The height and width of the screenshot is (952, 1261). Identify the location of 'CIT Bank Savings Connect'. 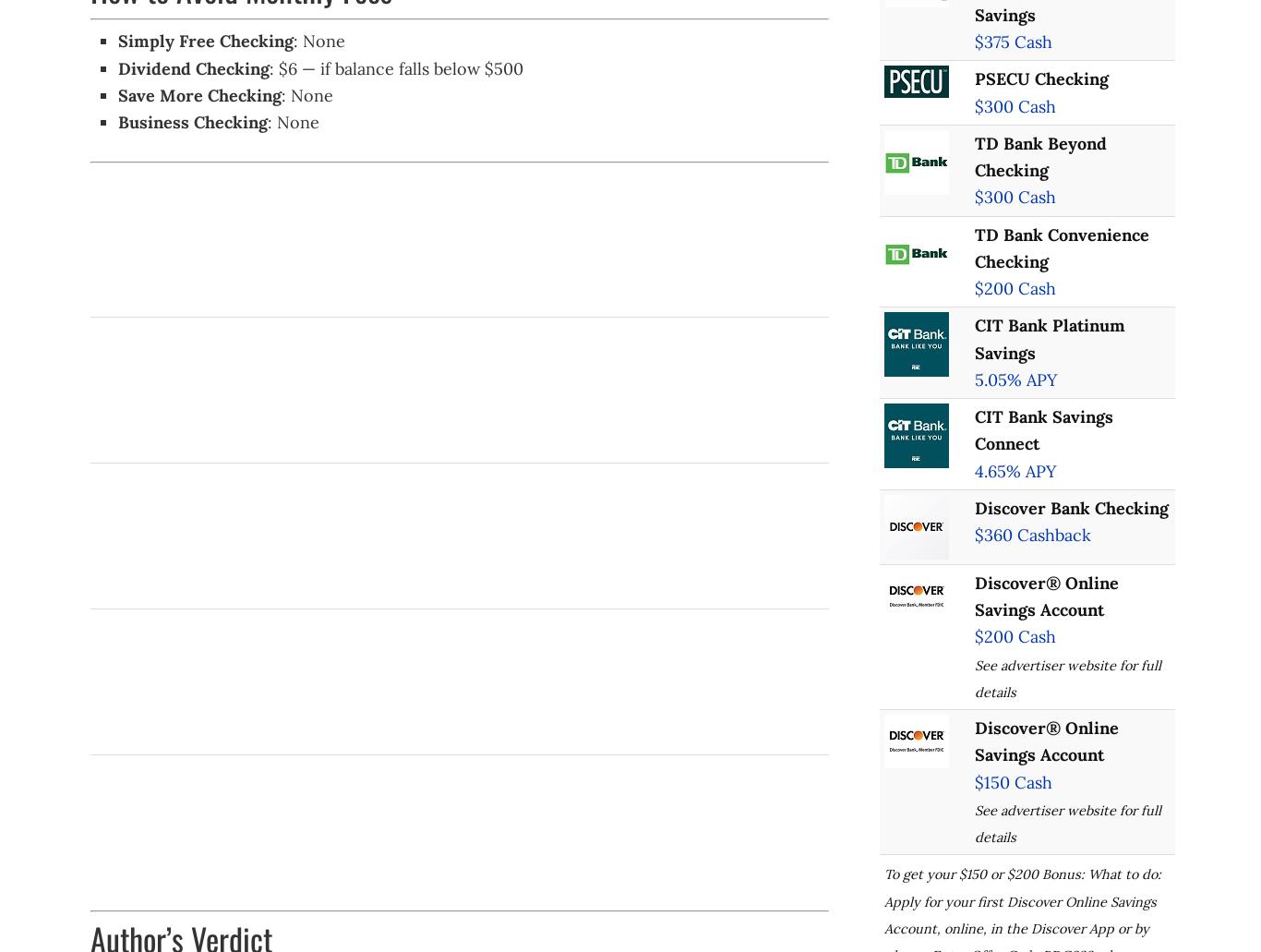
(1041, 430).